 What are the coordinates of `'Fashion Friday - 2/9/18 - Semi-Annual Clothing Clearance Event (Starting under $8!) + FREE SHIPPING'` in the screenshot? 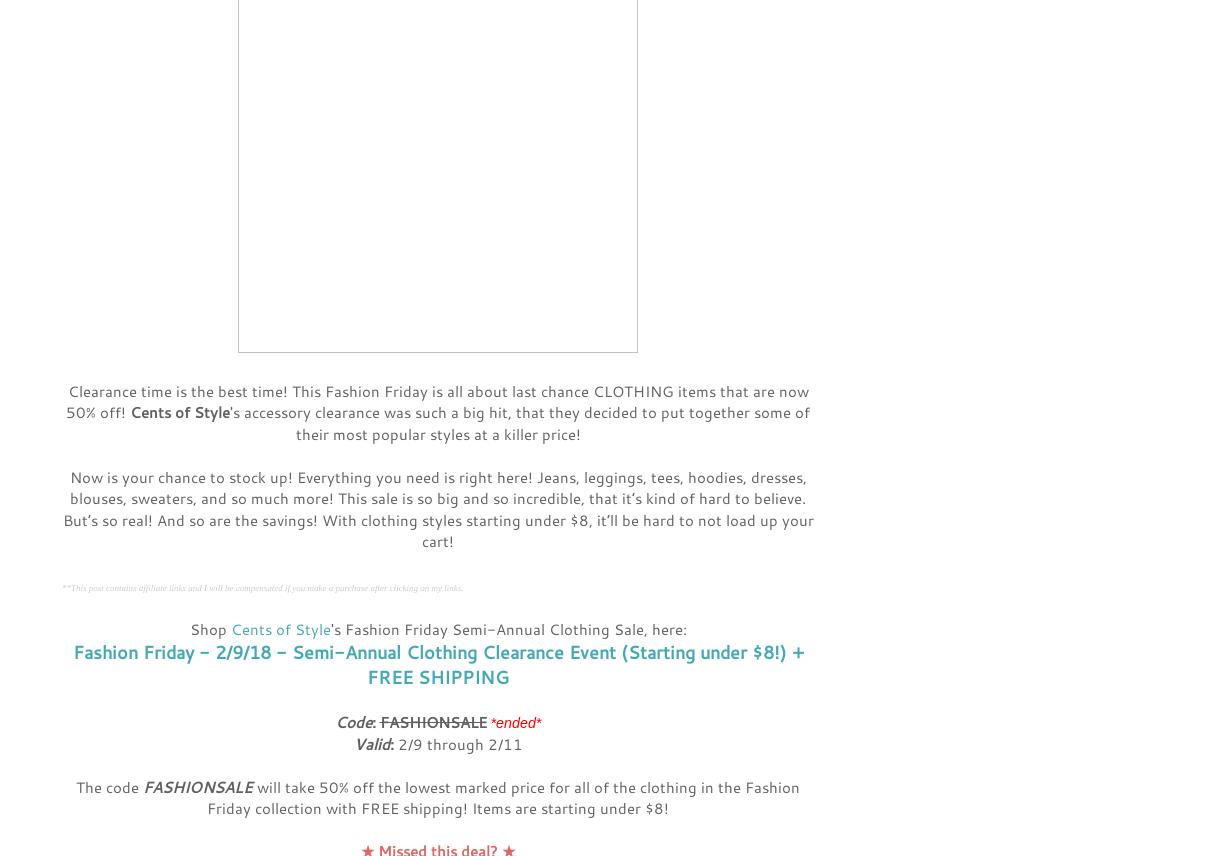 It's located at (437, 664).